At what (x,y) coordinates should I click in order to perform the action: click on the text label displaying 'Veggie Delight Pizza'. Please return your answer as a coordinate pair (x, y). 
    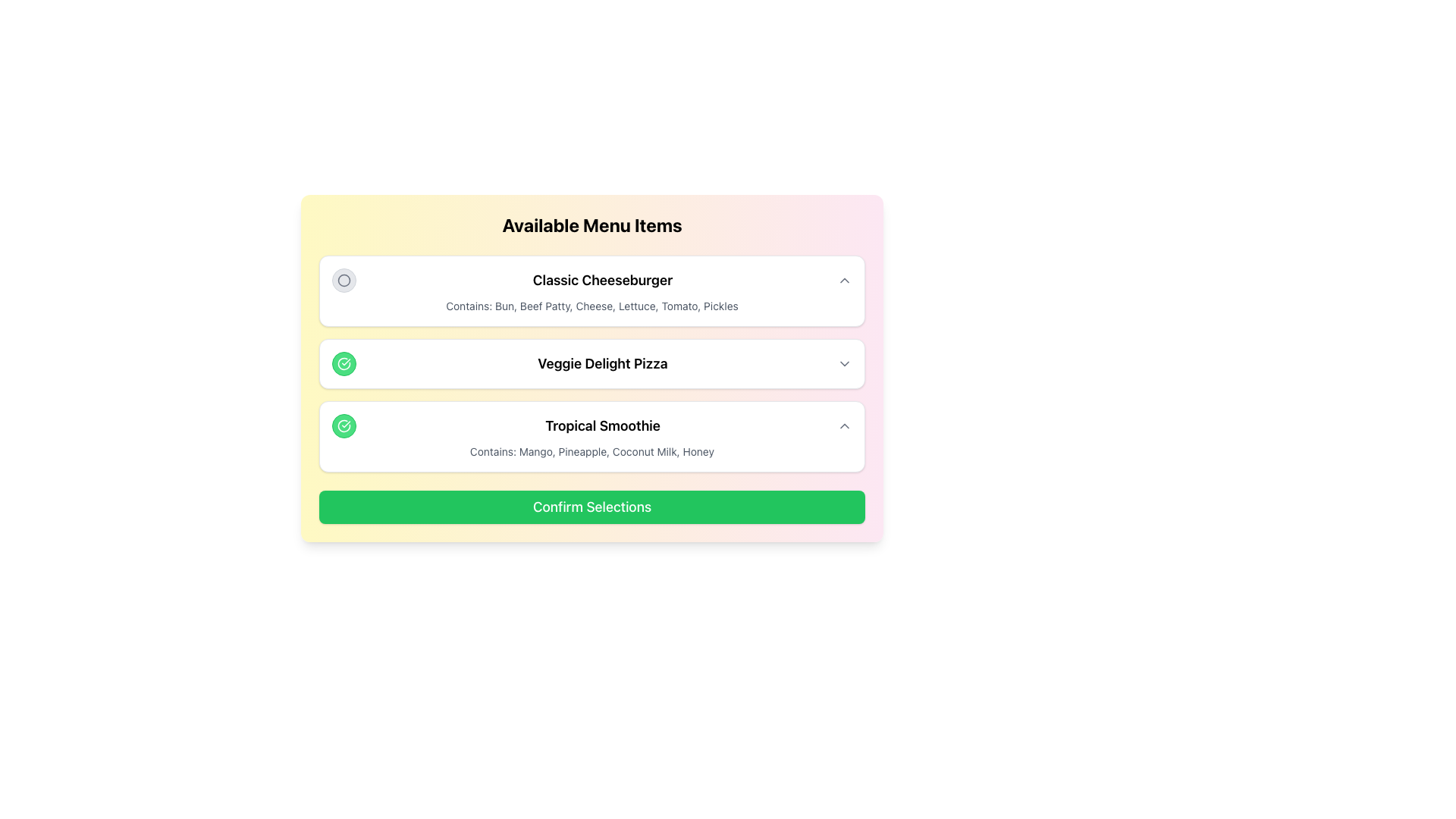
    Looking at the image, I should click on (602, 363).